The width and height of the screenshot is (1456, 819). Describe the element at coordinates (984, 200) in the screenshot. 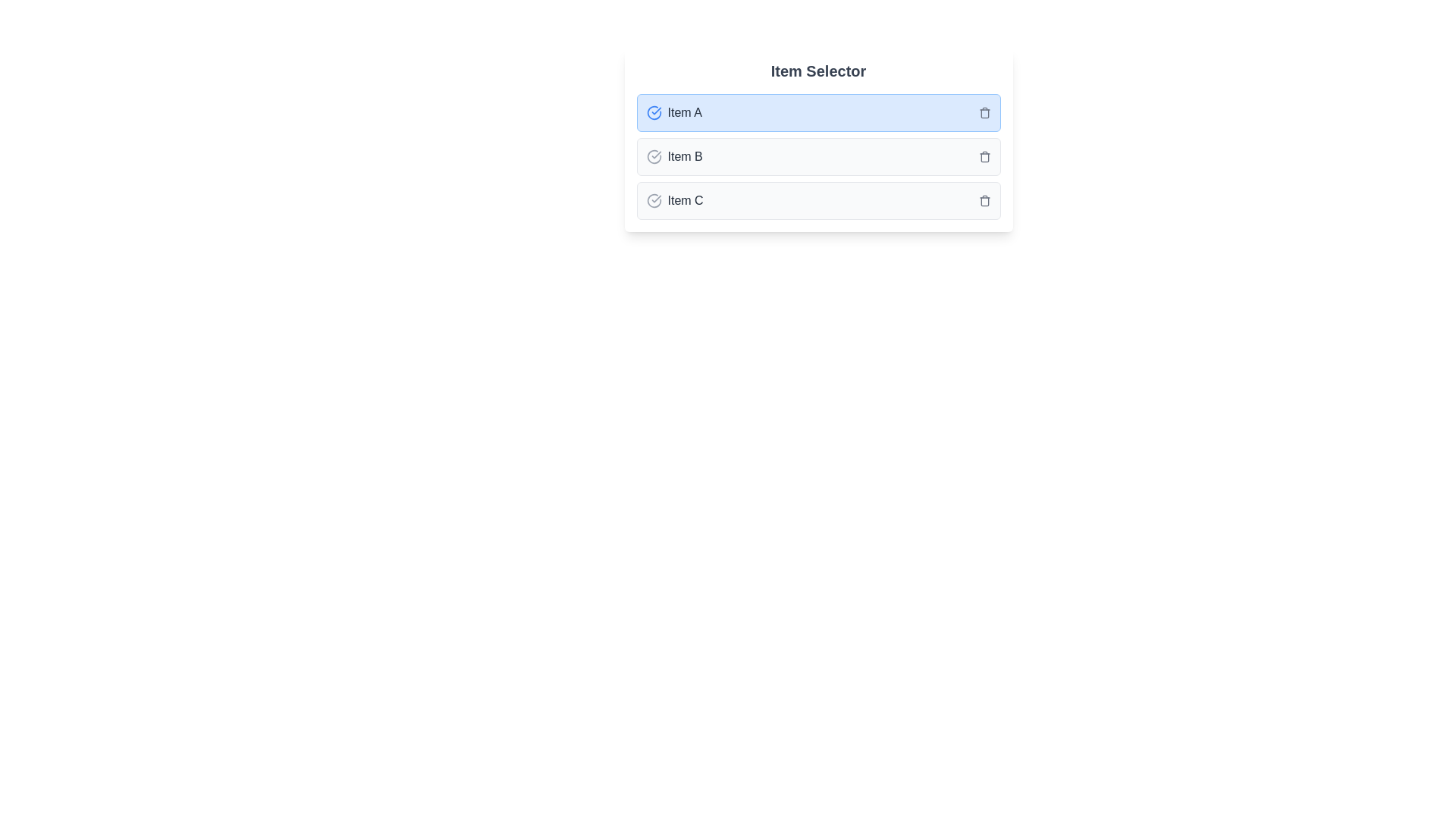

I see `the small trash icon button at the far-right of the row containing 'Item C'` at that location.